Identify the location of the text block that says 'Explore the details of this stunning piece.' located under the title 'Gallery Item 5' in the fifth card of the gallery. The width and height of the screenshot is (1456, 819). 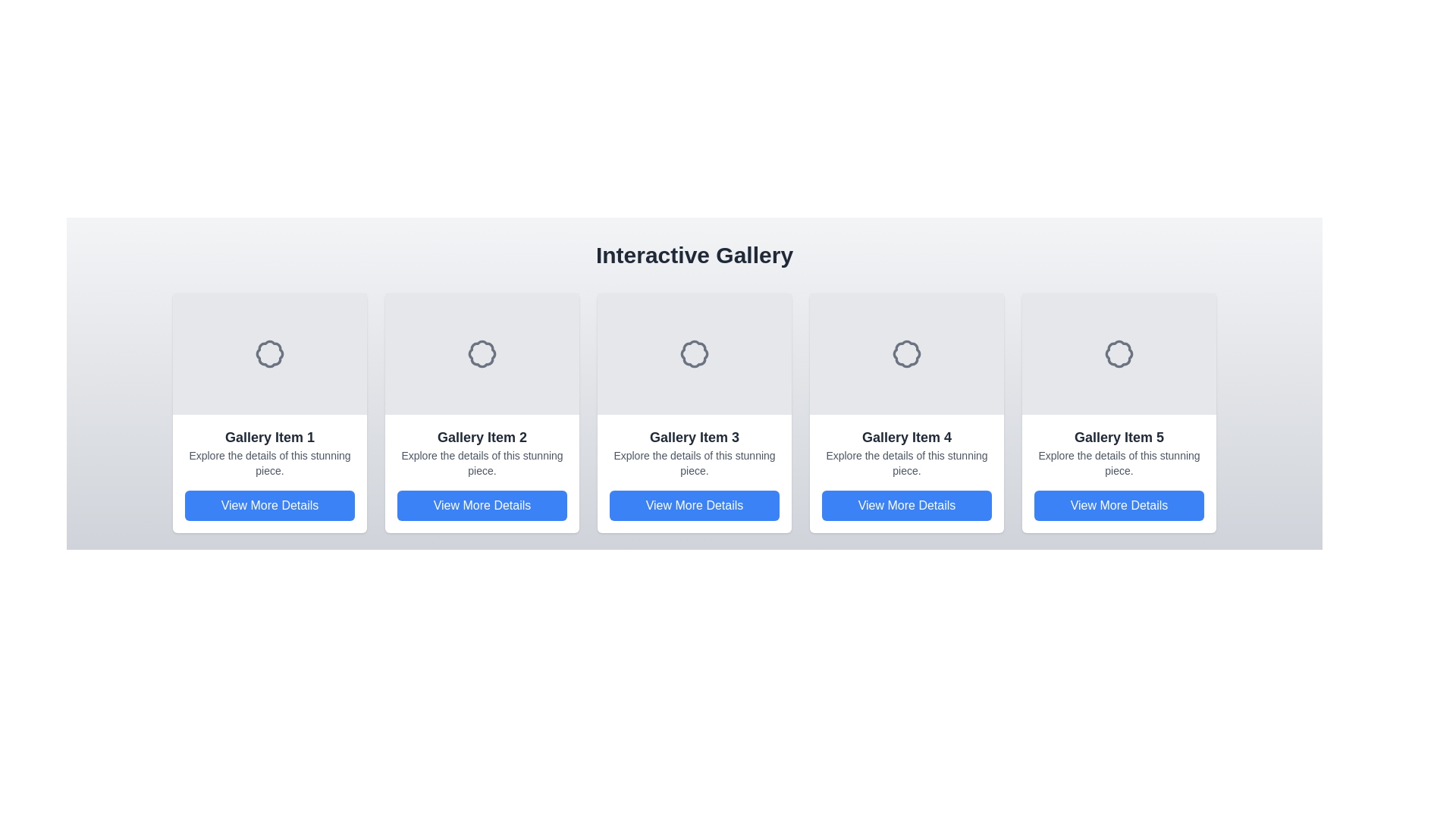
(1119, 462).